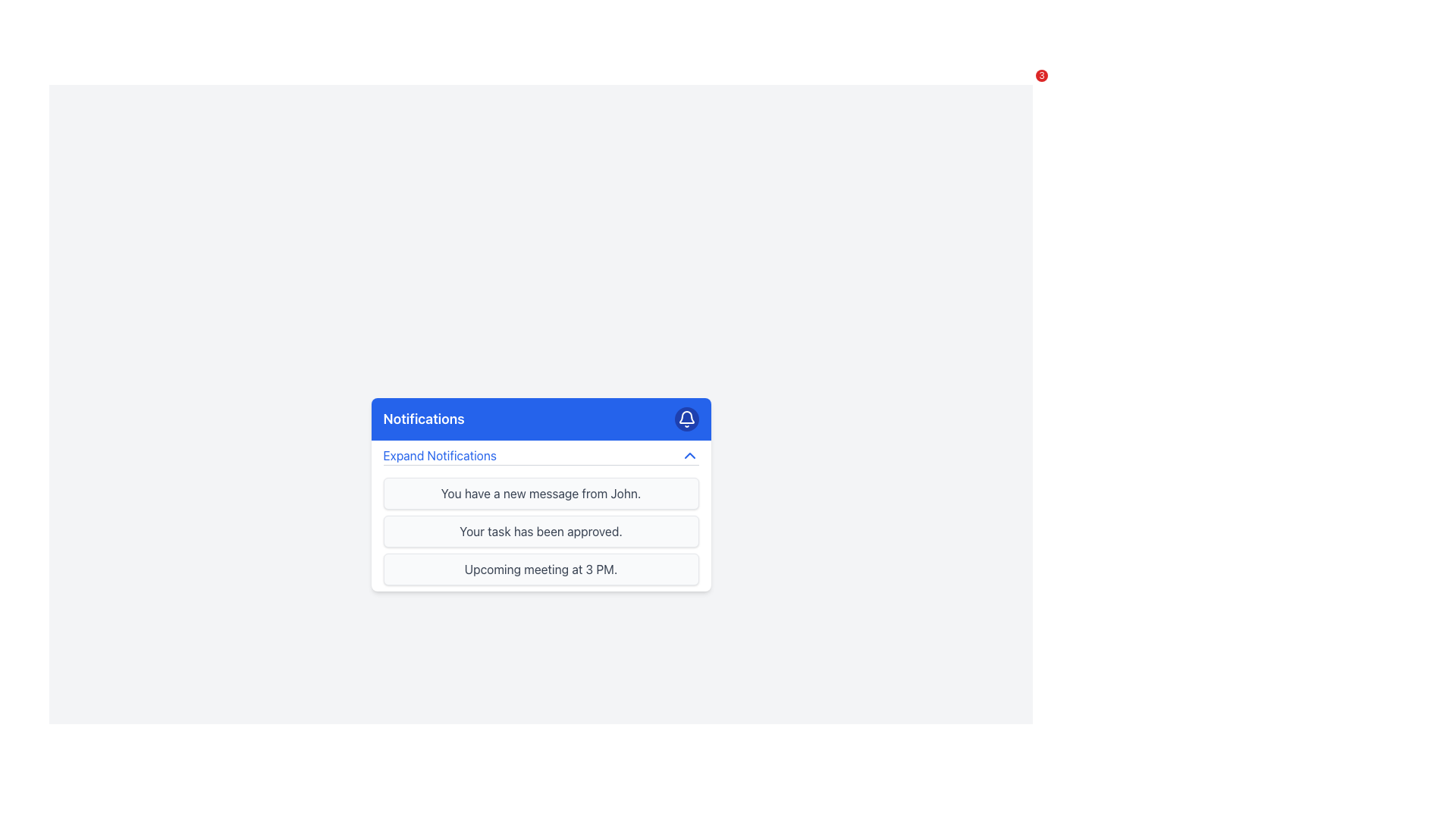 Image resolution: width=1456 pixels, height=819 pixels. I want to click on the bell icon representing notifications, which is styled with a white outline and centrally placed inside a circular blue area at the top-right of the notification panel, so click(686, 419).